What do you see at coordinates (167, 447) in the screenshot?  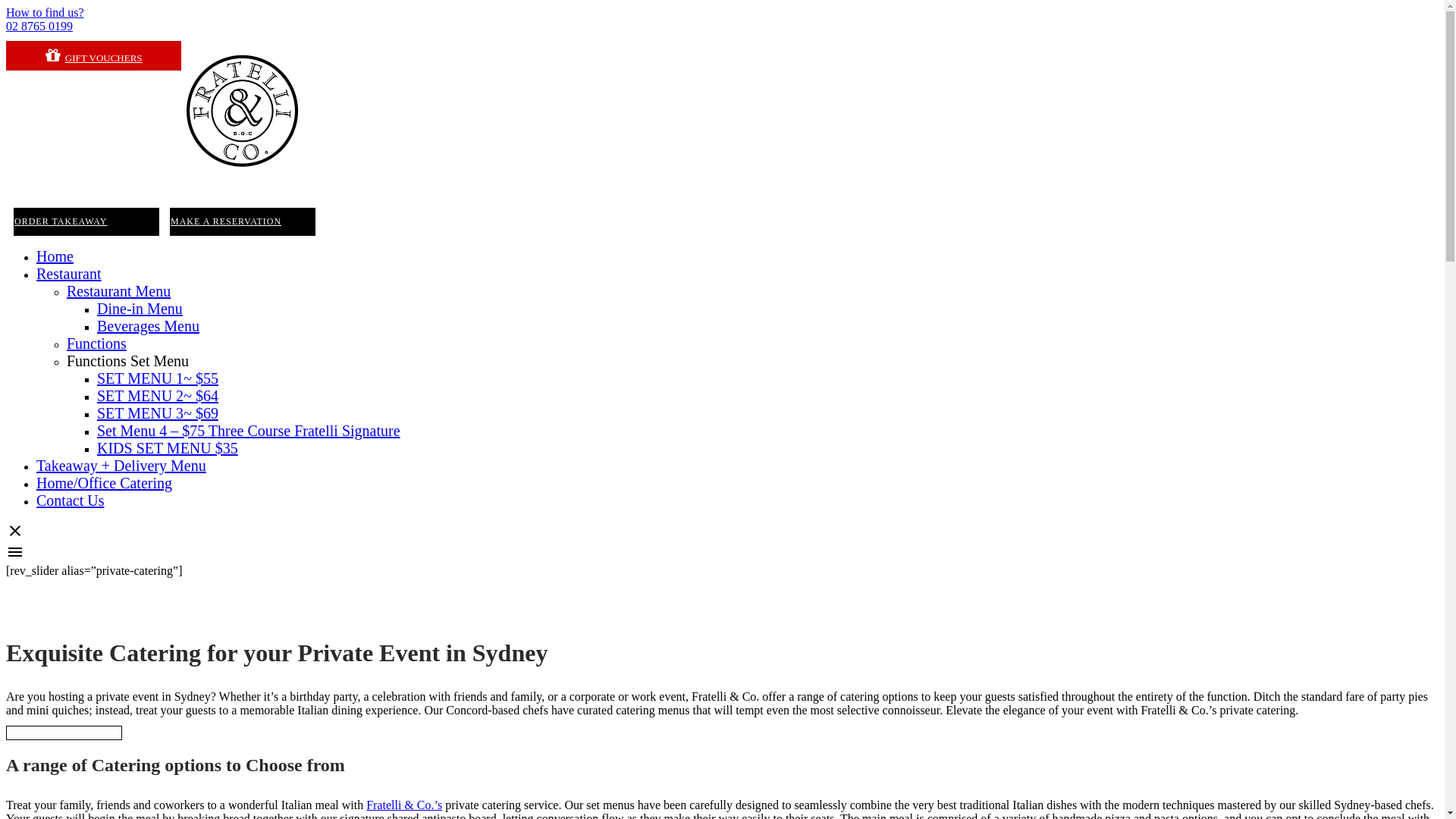 I see `'KIDS SET MENU $35'` at bounding box center [167, 447].